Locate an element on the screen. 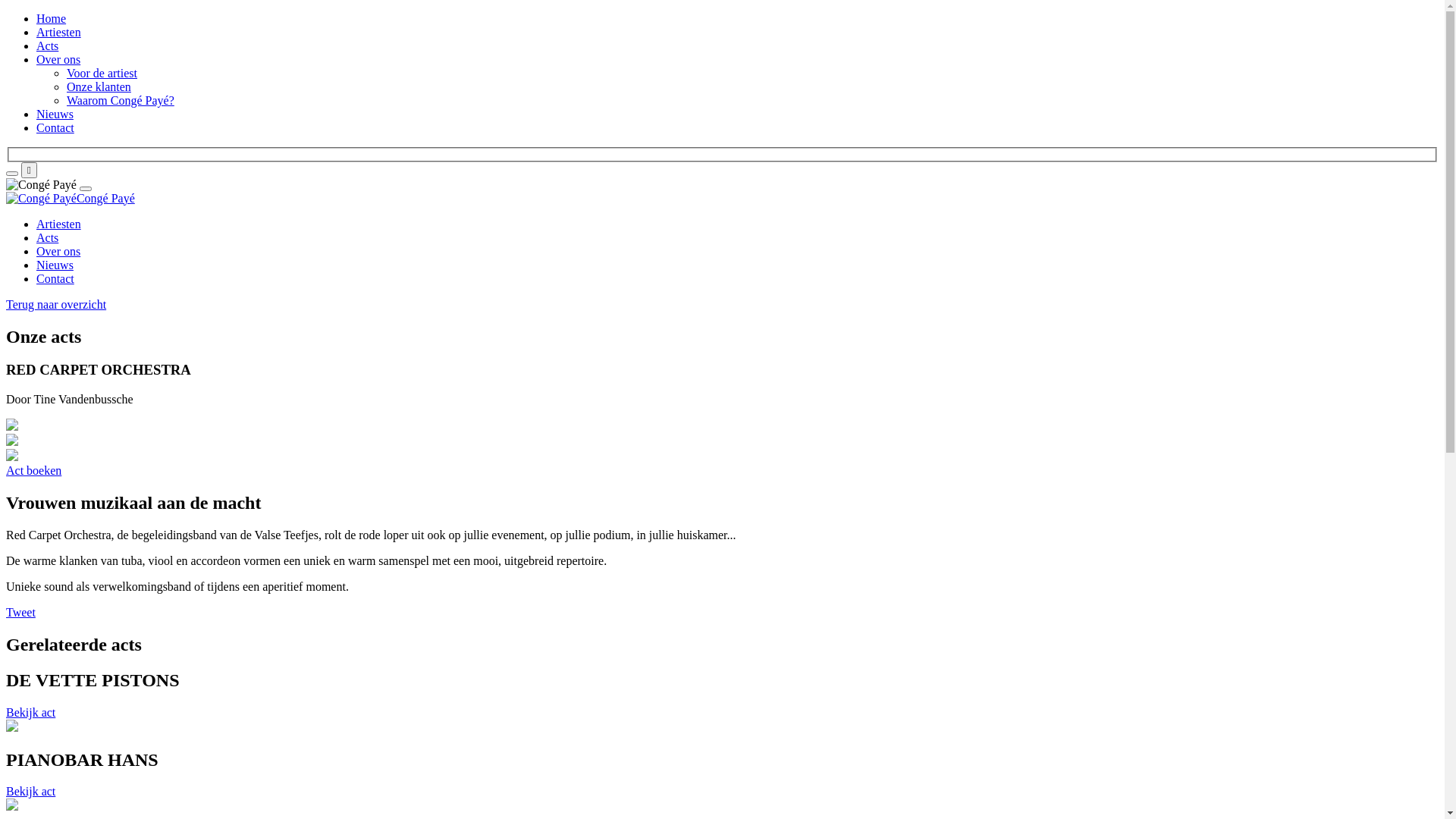 This screenshot has height=819, width=1456. 'Bekijk act' is located at coordinates (30, 790).